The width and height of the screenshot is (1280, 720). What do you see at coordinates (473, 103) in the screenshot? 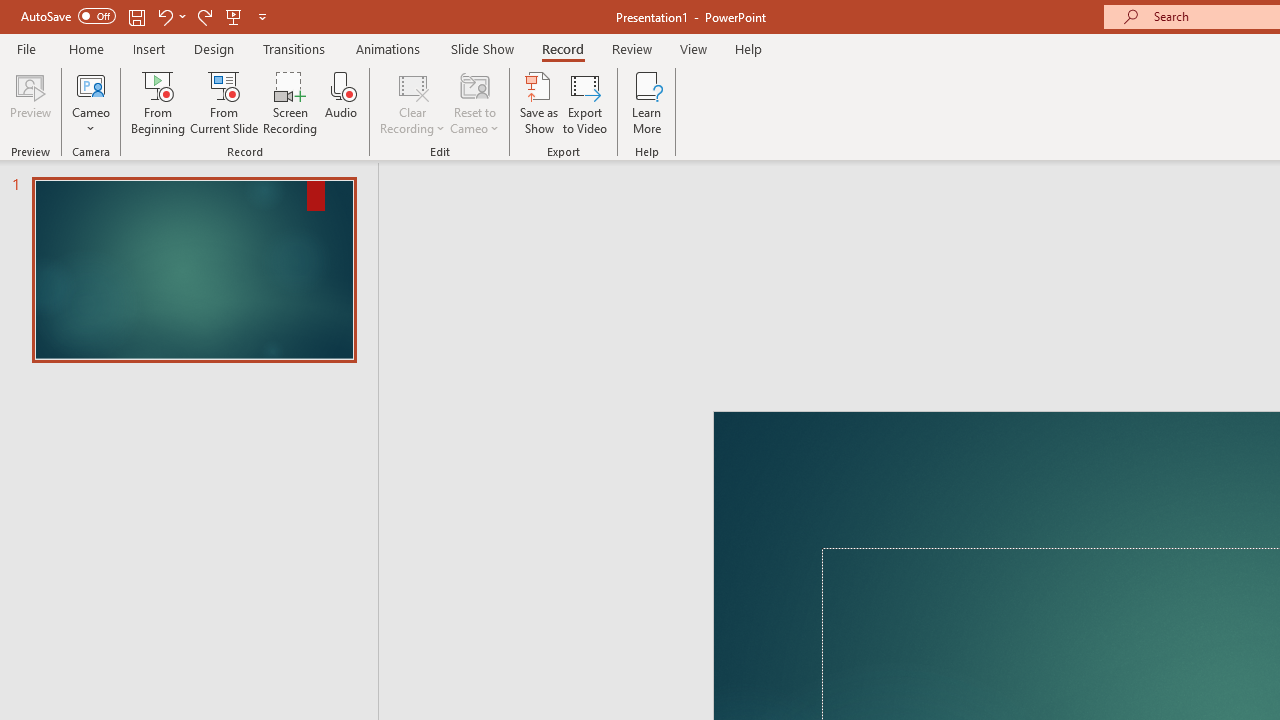
I see `'Reset to Cameo'` at bounding box center [473, 103].